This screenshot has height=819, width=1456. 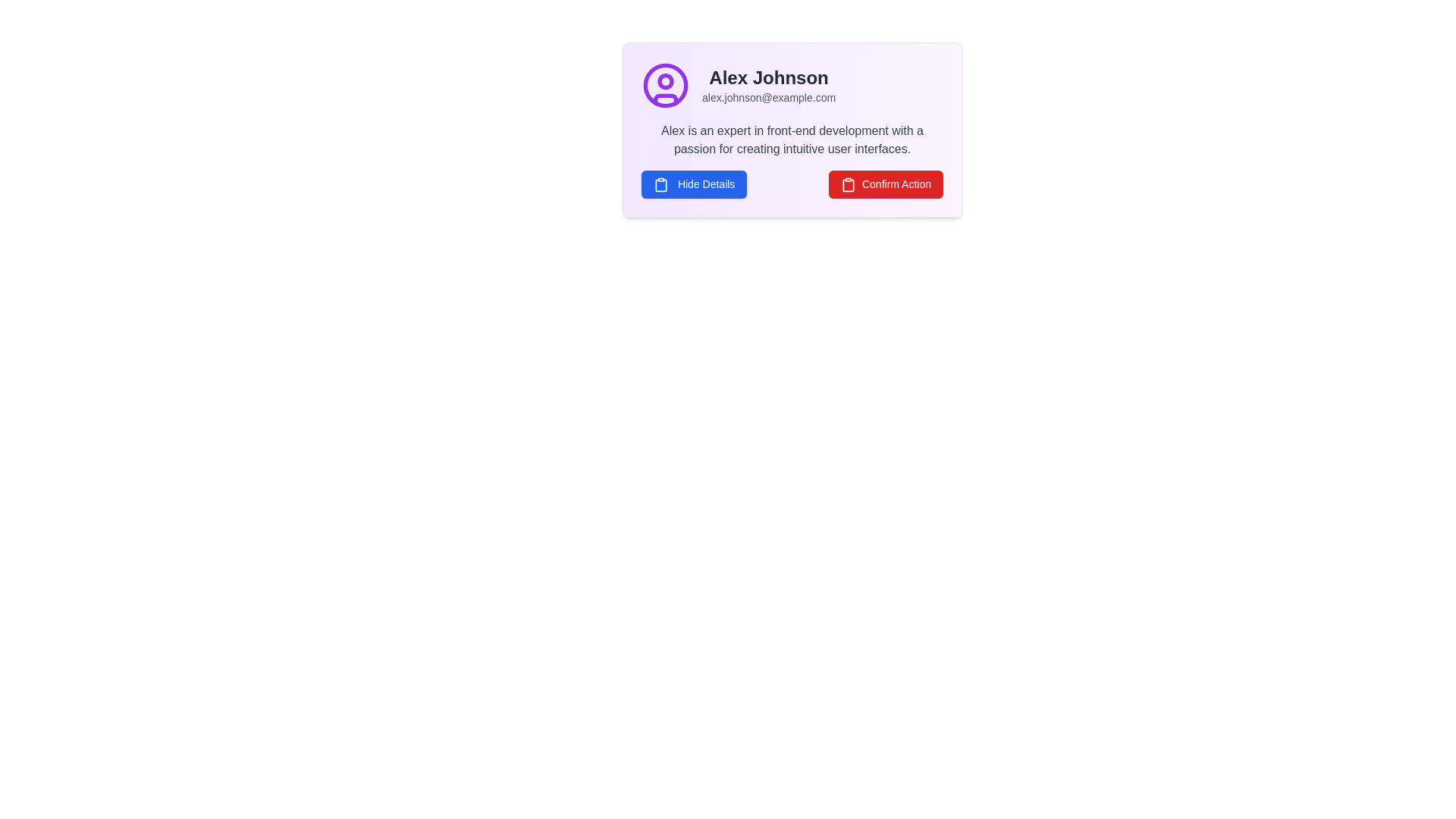 What do you see at coordinates (886, 184) in the screenshot?
I see `the 'Confirm Action' button, which is a rectangular button with rounded corners and a red background, containing white text and an icon of a clipboard` at bounding box center [886, 184].